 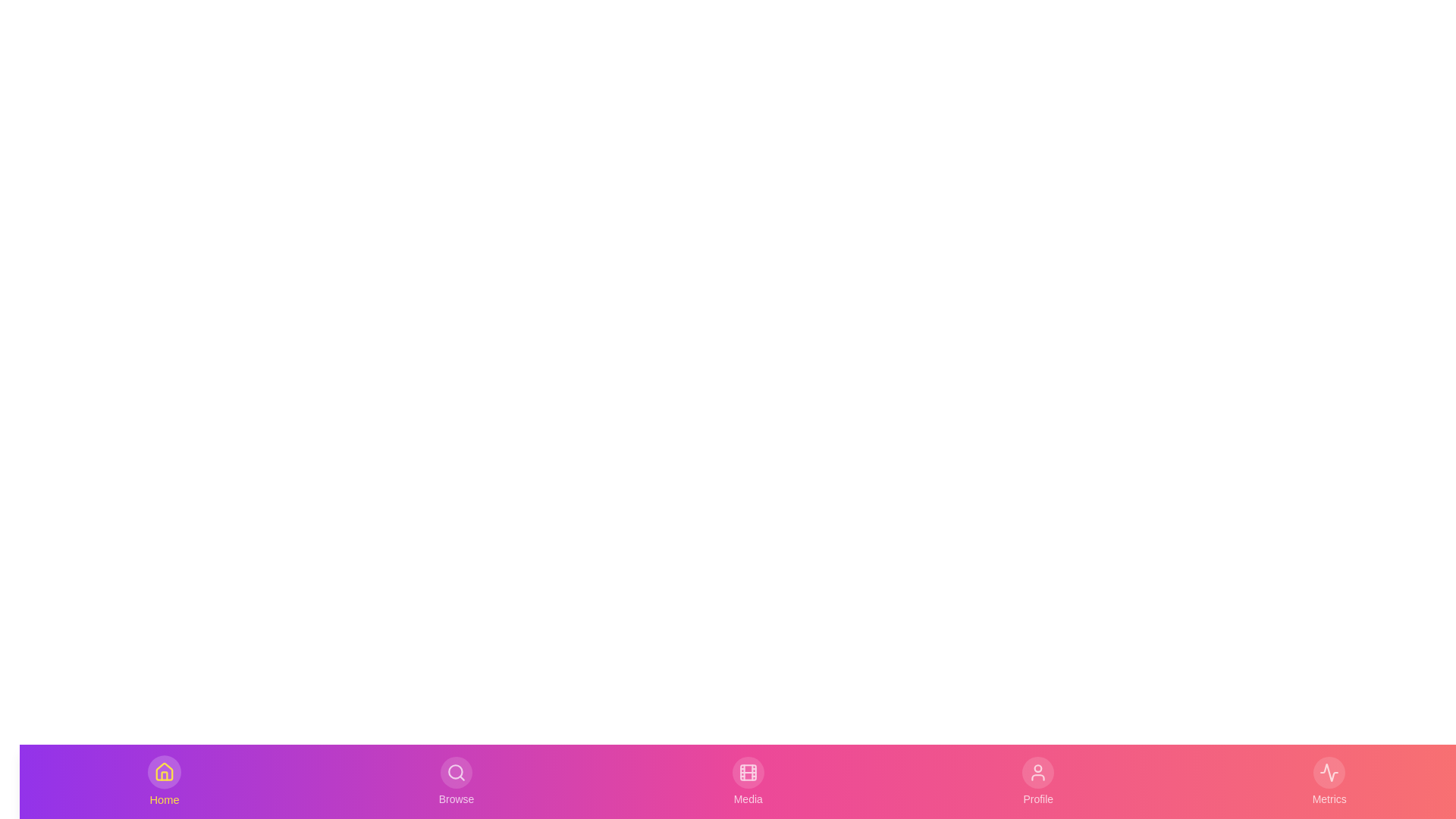 I want to click on the Profile tab to view its interaction effects, so click(x=1037, y=781).